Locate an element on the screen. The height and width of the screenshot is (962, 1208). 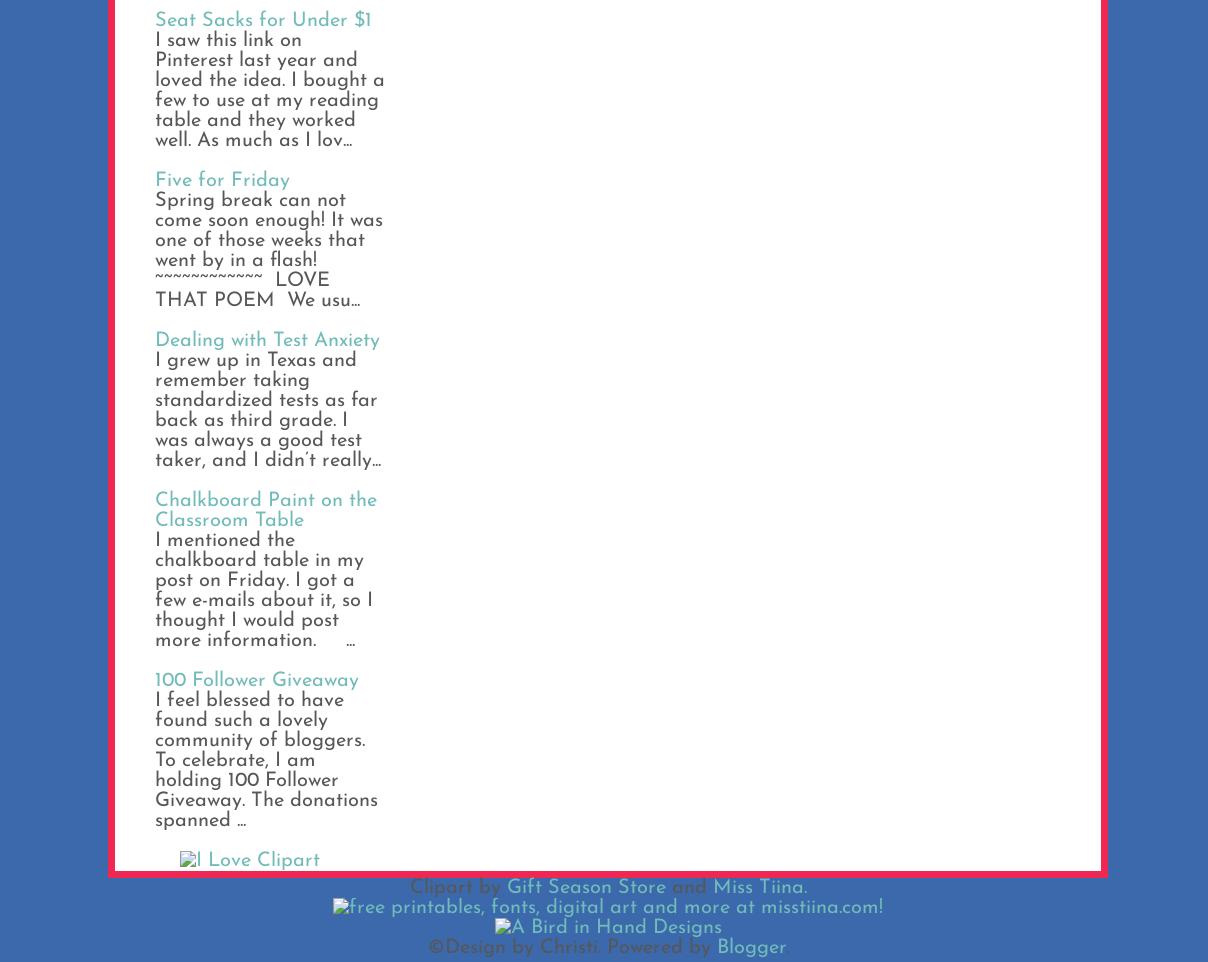
'100 Follower Giveaway' is located at coordinates (256, 679).